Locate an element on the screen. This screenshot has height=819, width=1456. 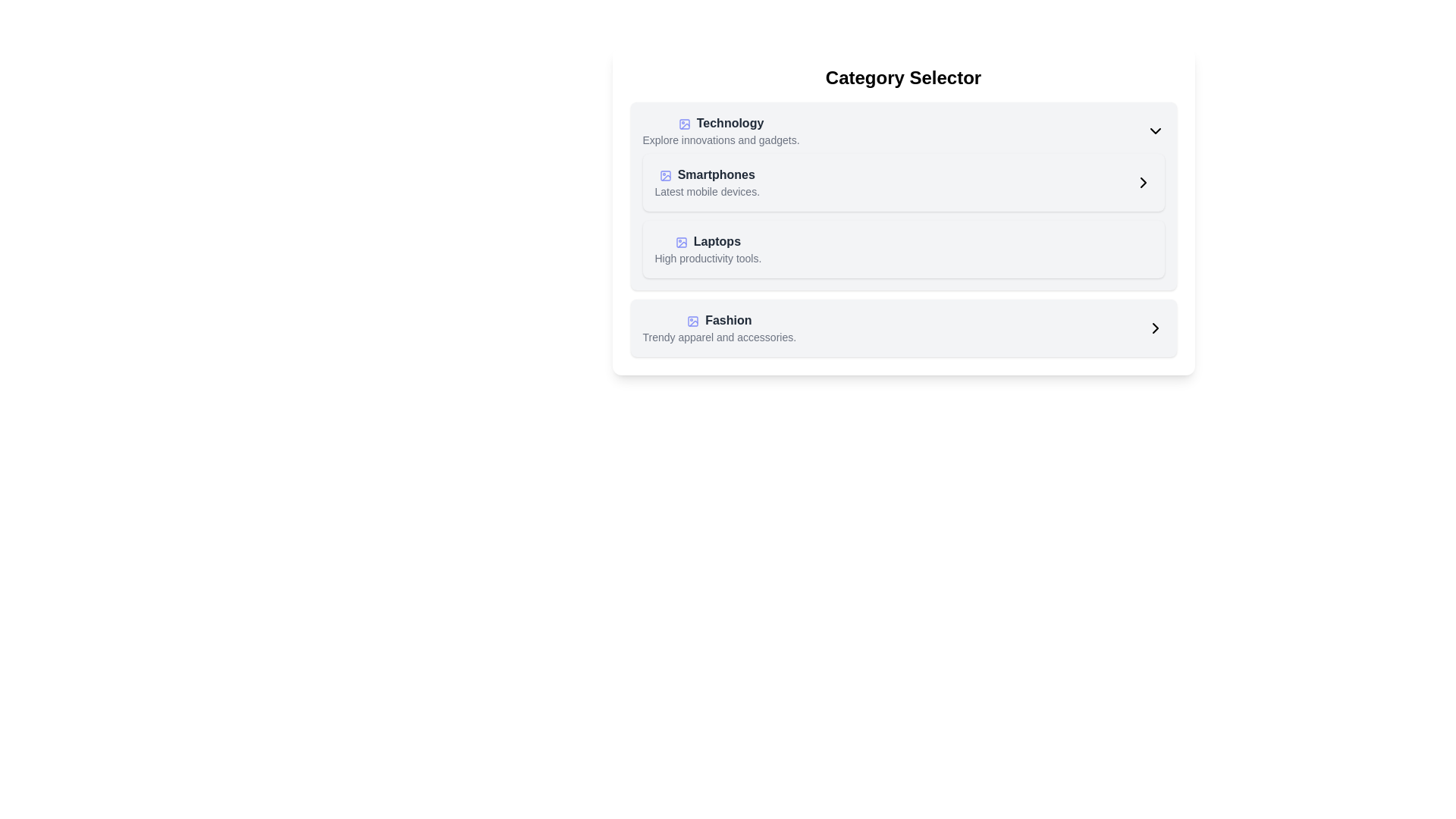
the 'Fashion' text label, which is styled with a bold and dark gray font and located in the category card beneath the 'Laptops' category is located at coordinates (728, 319).